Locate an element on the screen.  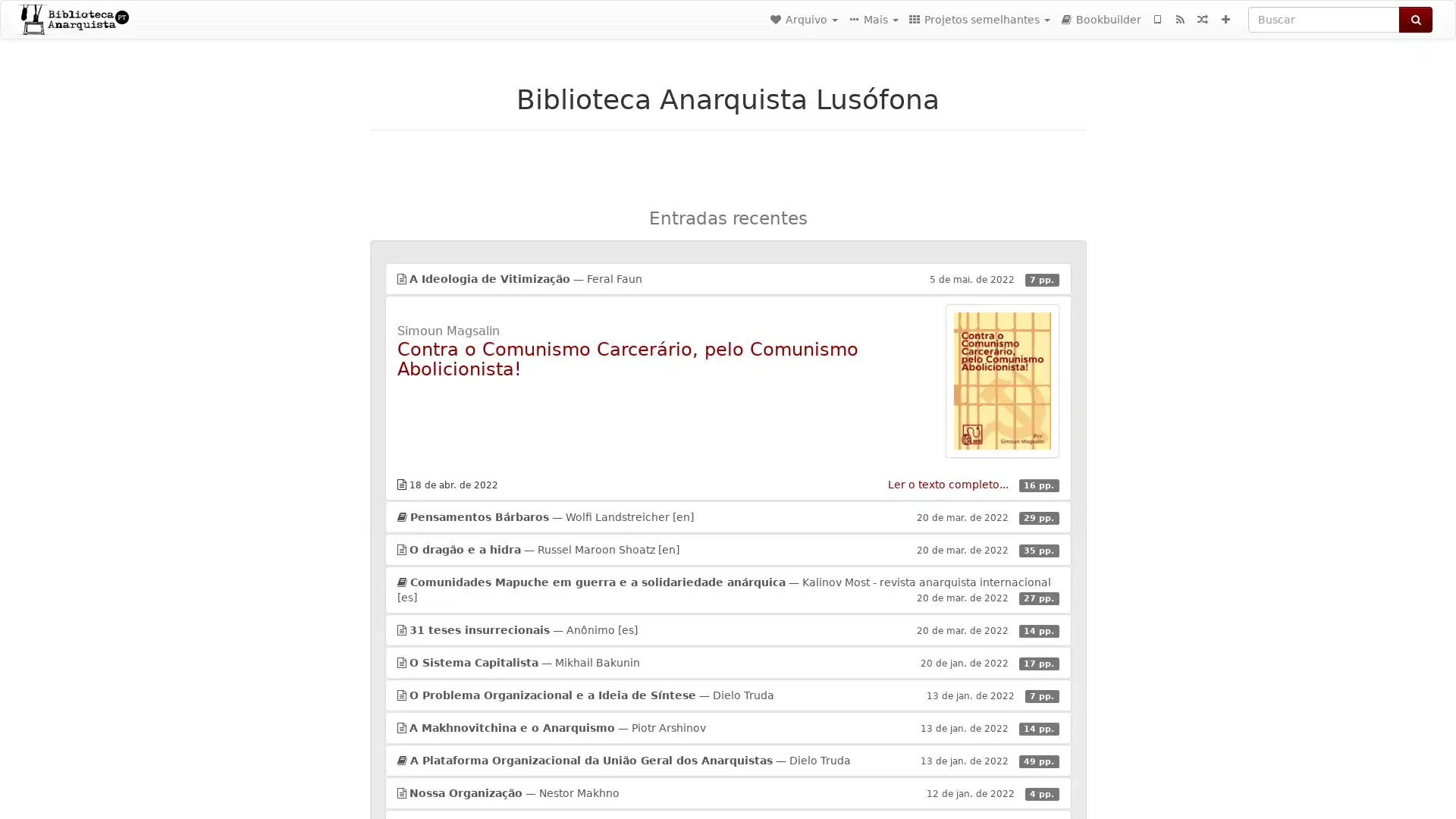
Buscar is located at coordinates (1415, 20).